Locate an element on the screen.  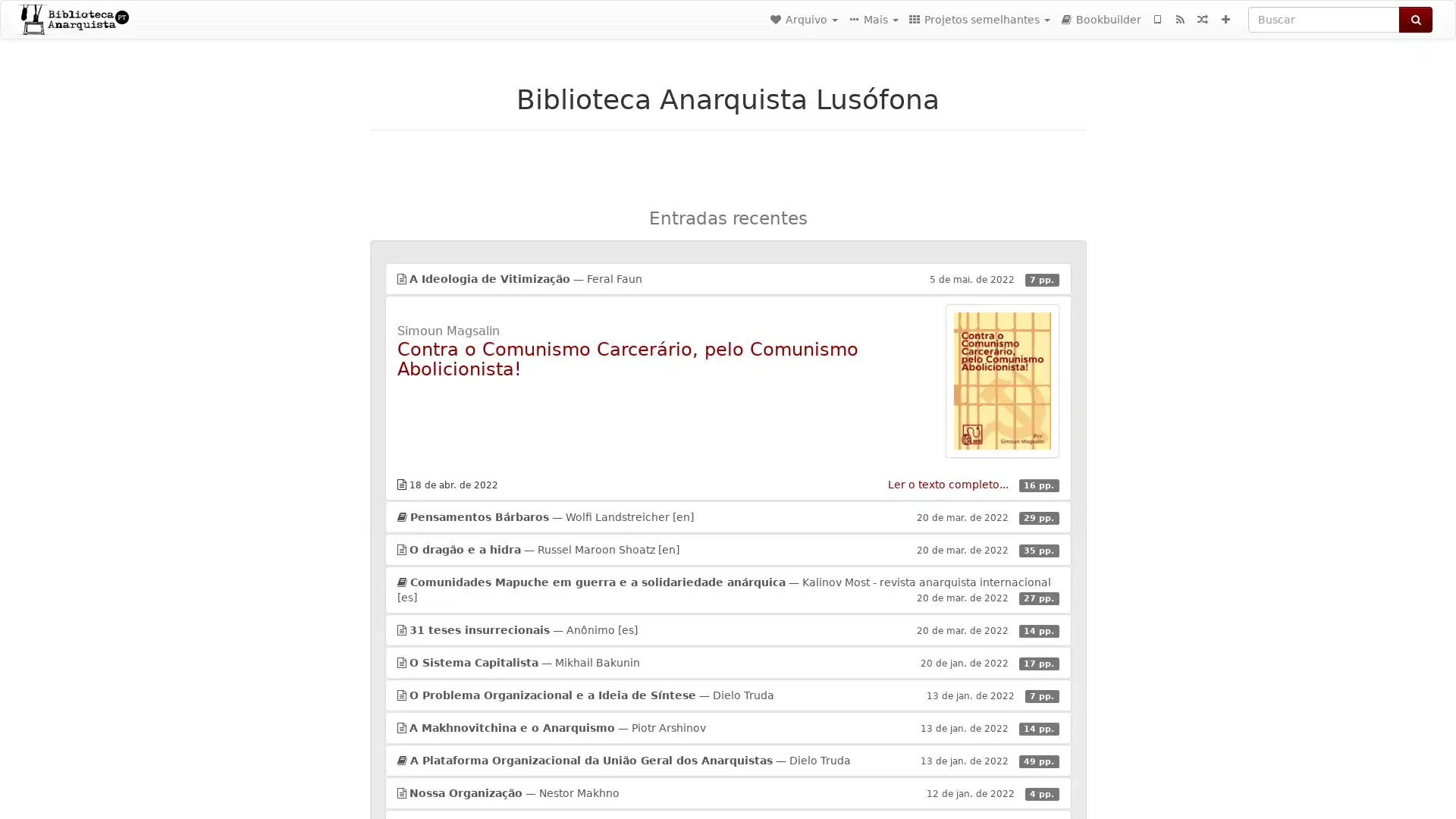
Buscar is located at coordinates (1415, 20).